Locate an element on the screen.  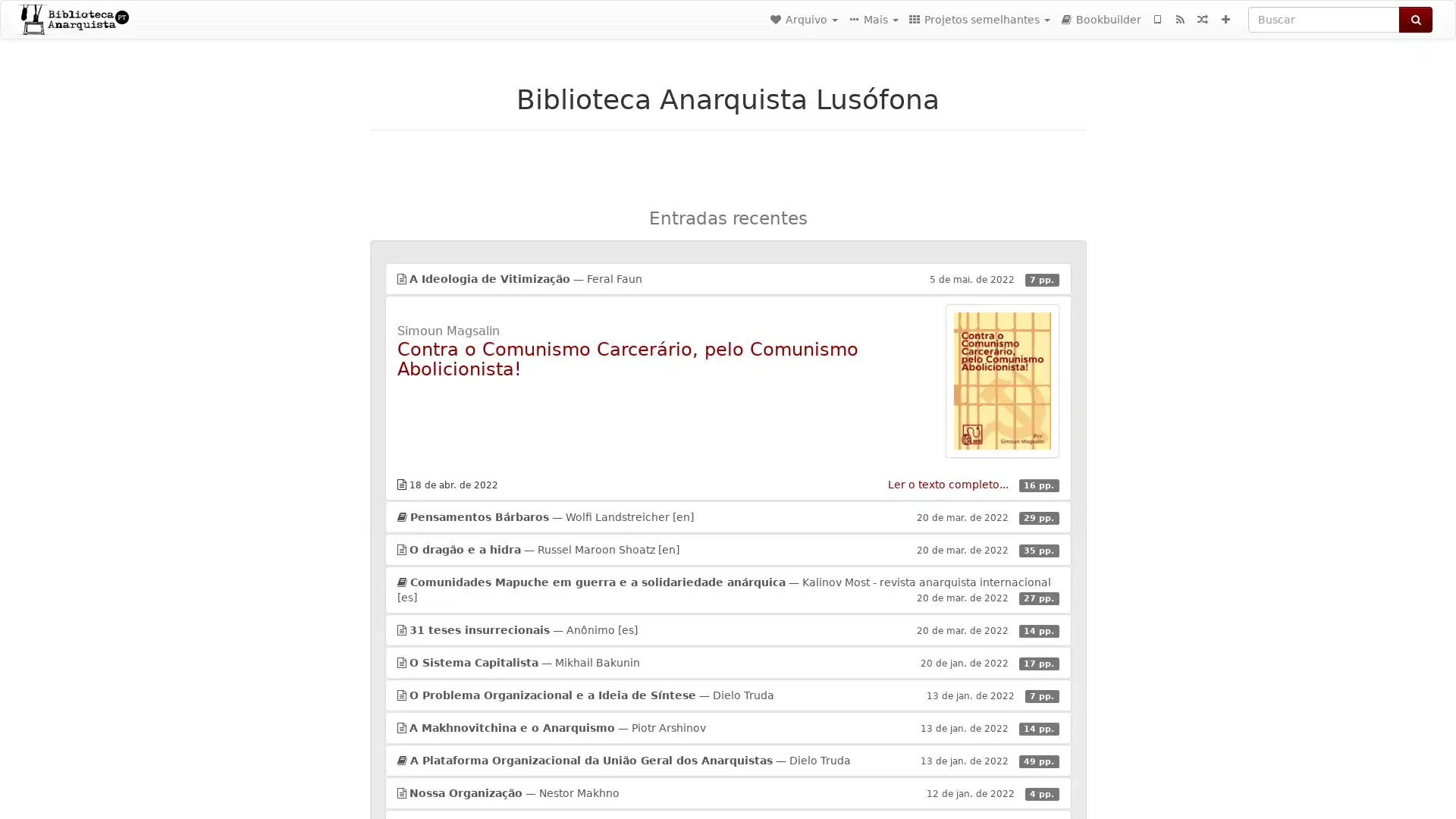
Buscar is located at coordinates (1415, 20).